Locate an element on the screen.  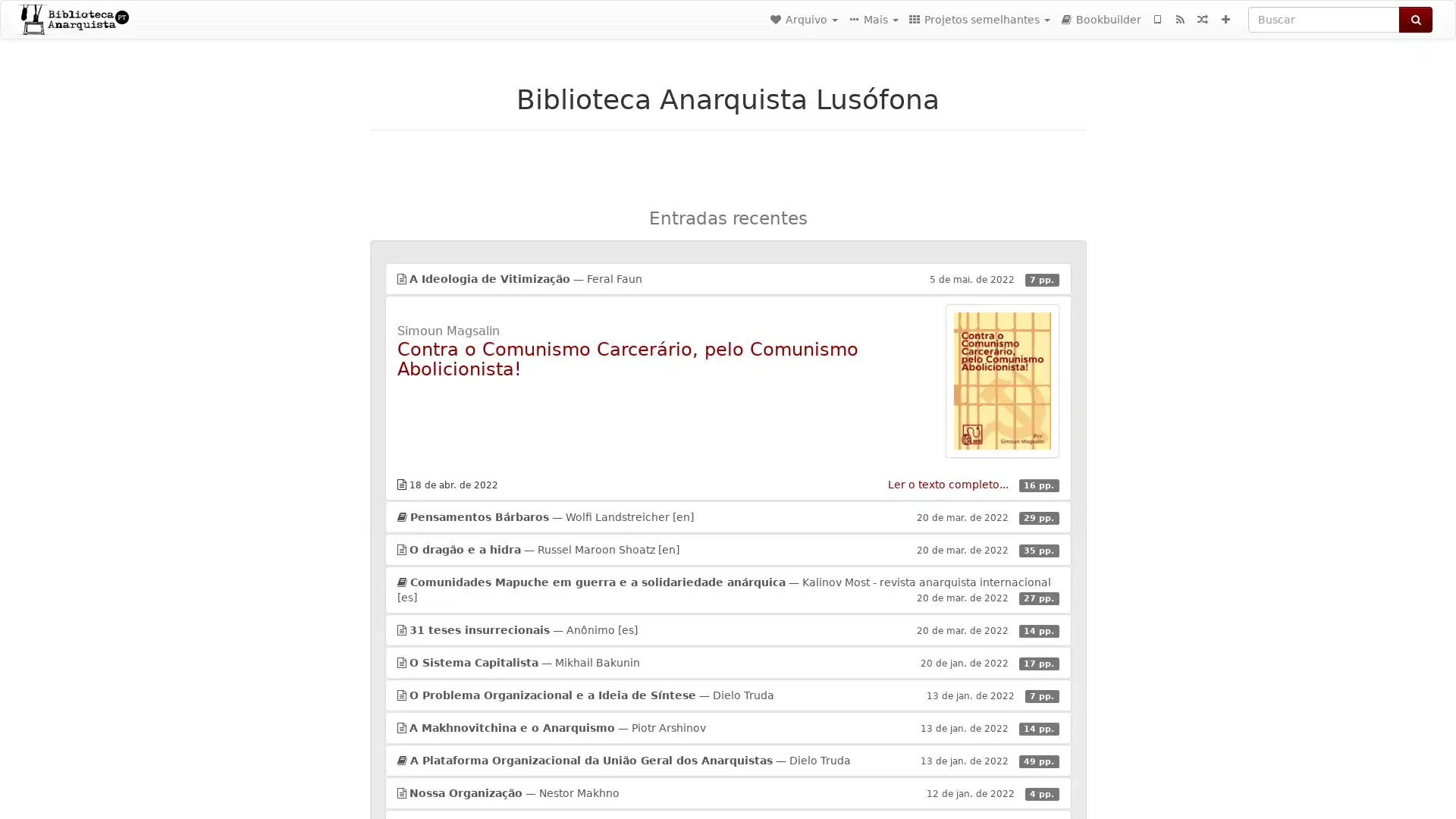
Buscar is located at coordinates (1415, 20).